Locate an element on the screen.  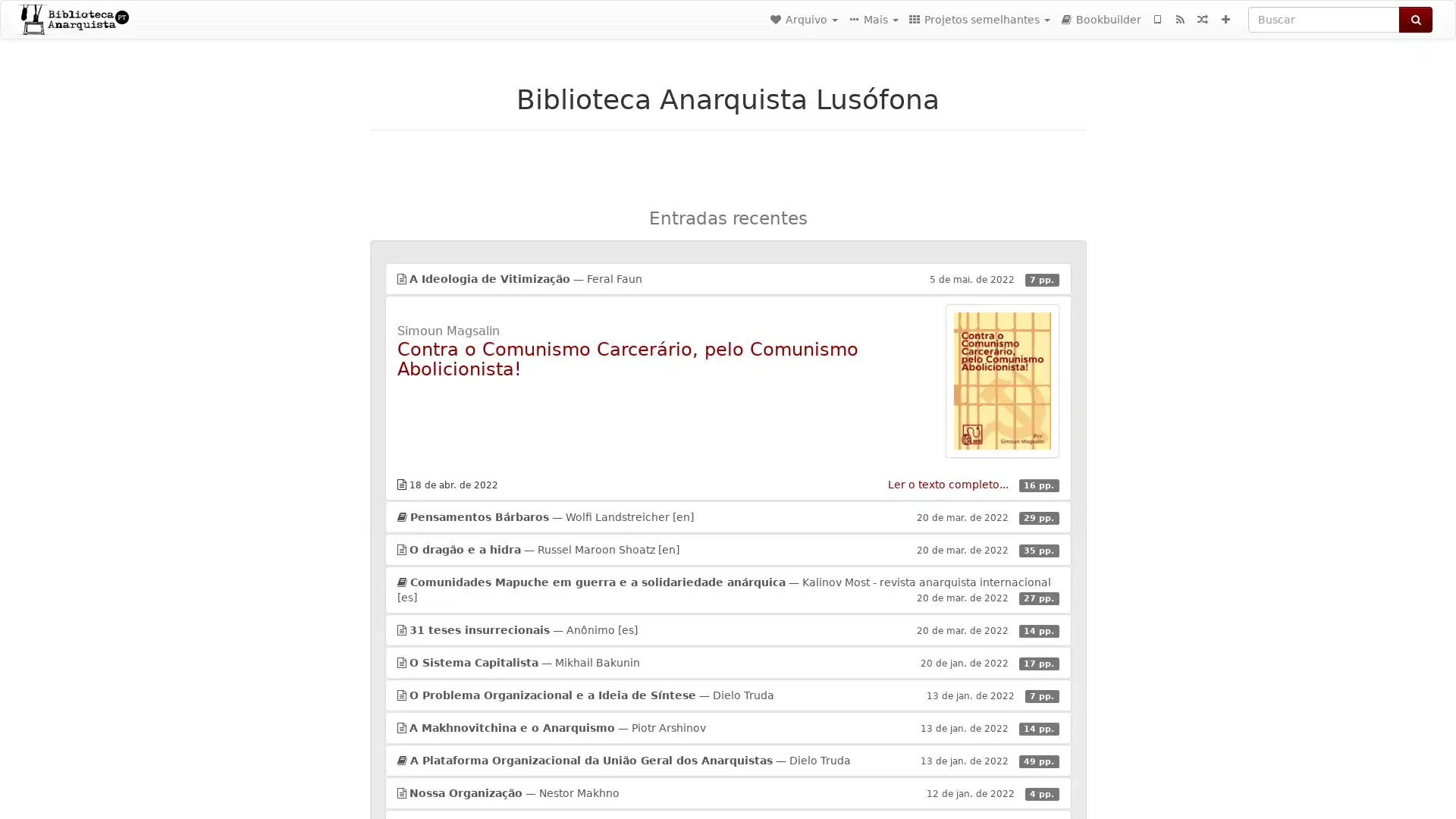
Buscar is located at coordinates (1415, 20).